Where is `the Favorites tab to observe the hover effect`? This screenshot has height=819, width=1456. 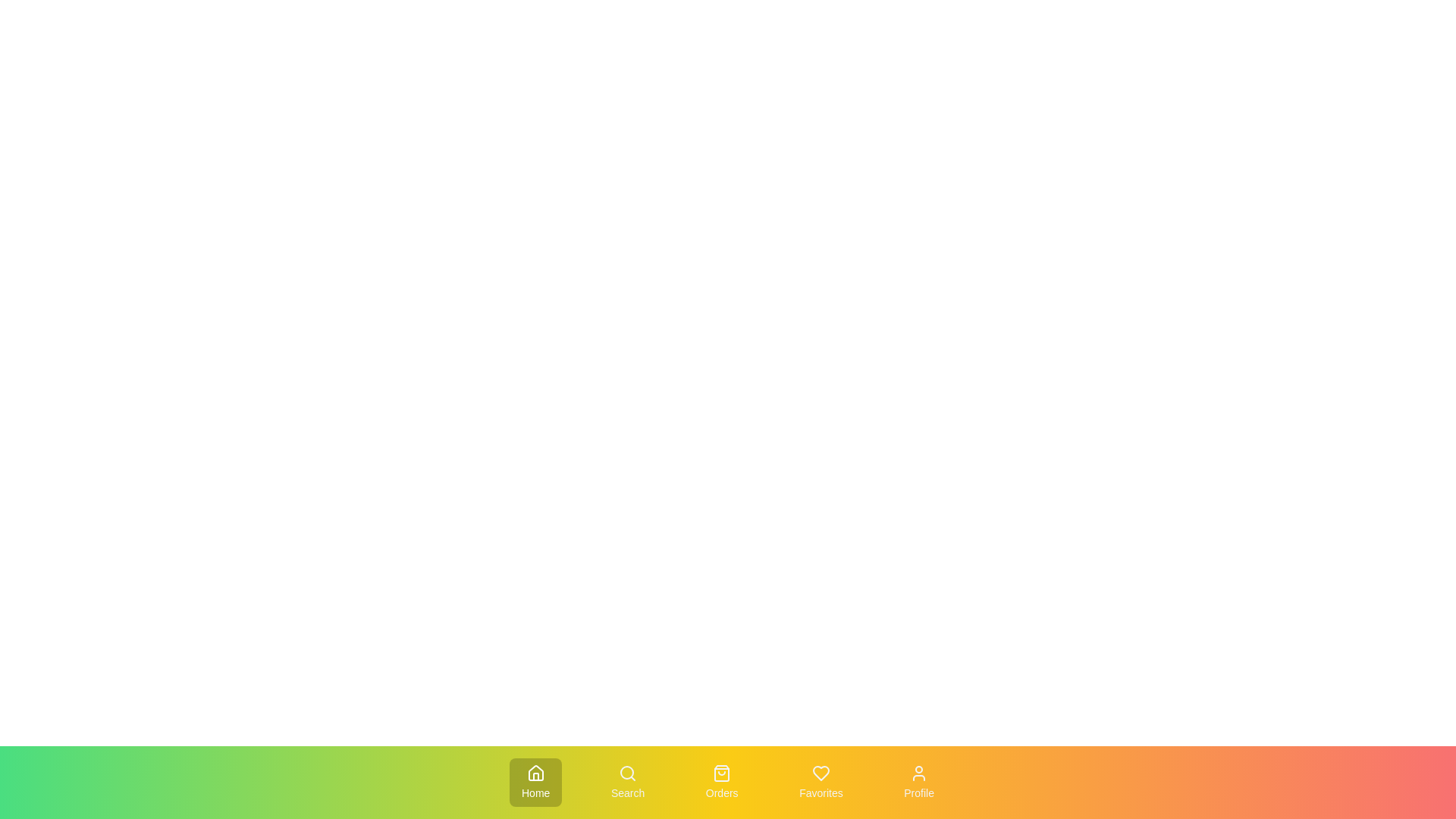 the Favorites tab to observe the hover effect is located at coordinates (820, 783).